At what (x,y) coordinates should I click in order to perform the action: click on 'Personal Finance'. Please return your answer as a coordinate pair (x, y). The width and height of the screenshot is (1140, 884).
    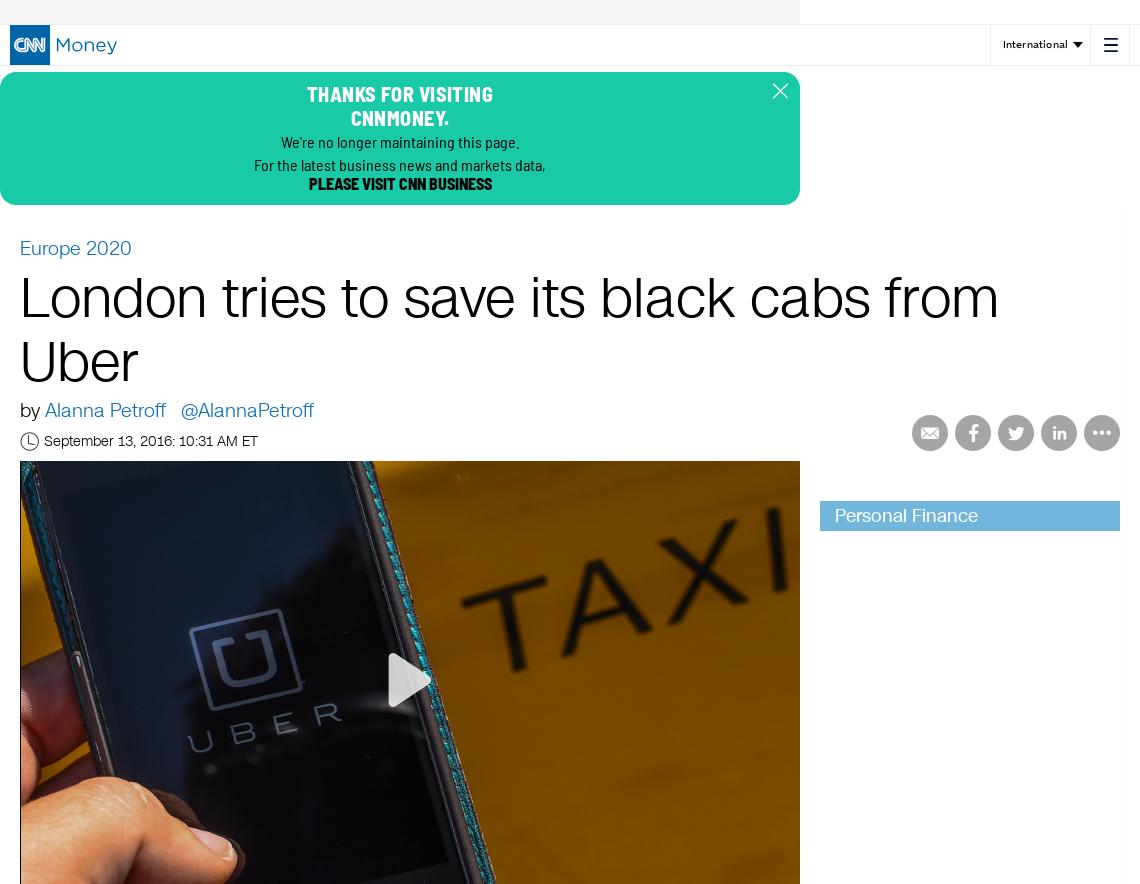
    Looking at the image, I should click on (906, 514).